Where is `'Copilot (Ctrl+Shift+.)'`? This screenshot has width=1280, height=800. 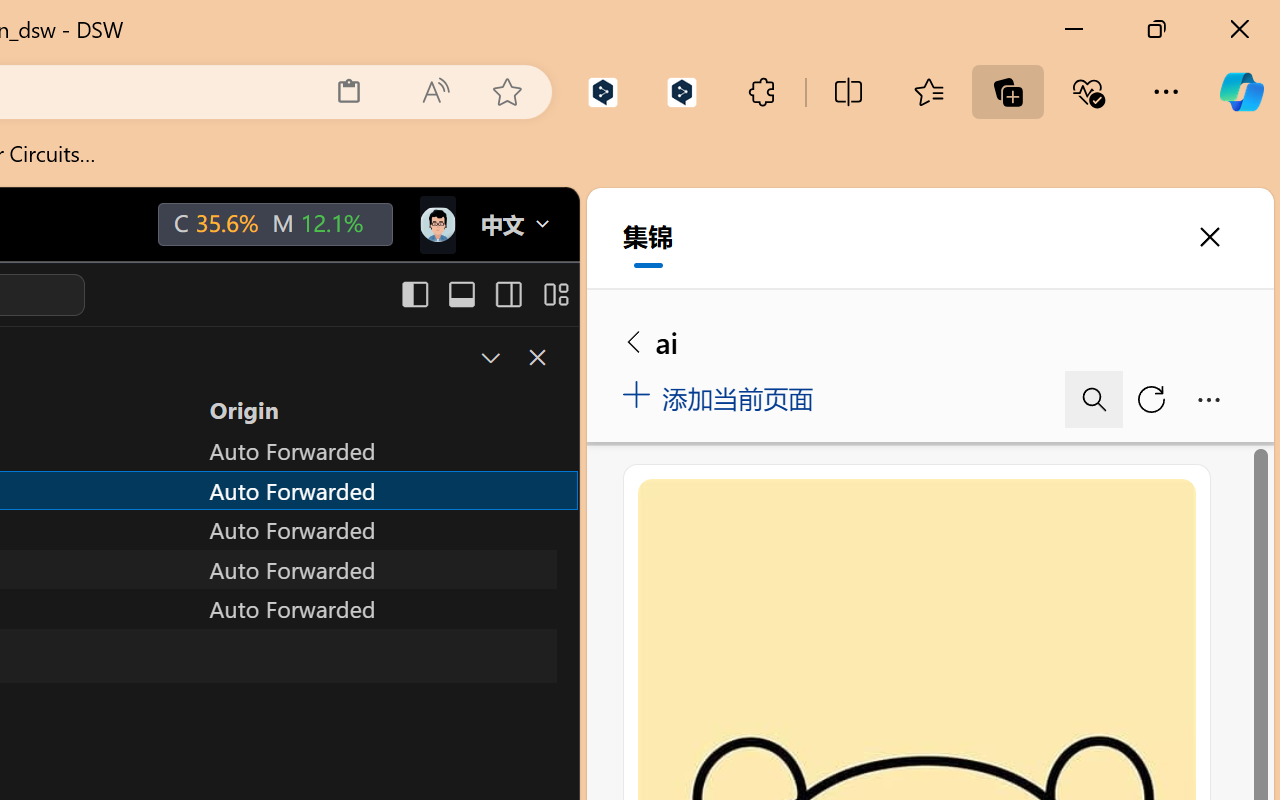 'Copilot (Ctrl+Shift+.)' is located at coordinates (1240, 91).